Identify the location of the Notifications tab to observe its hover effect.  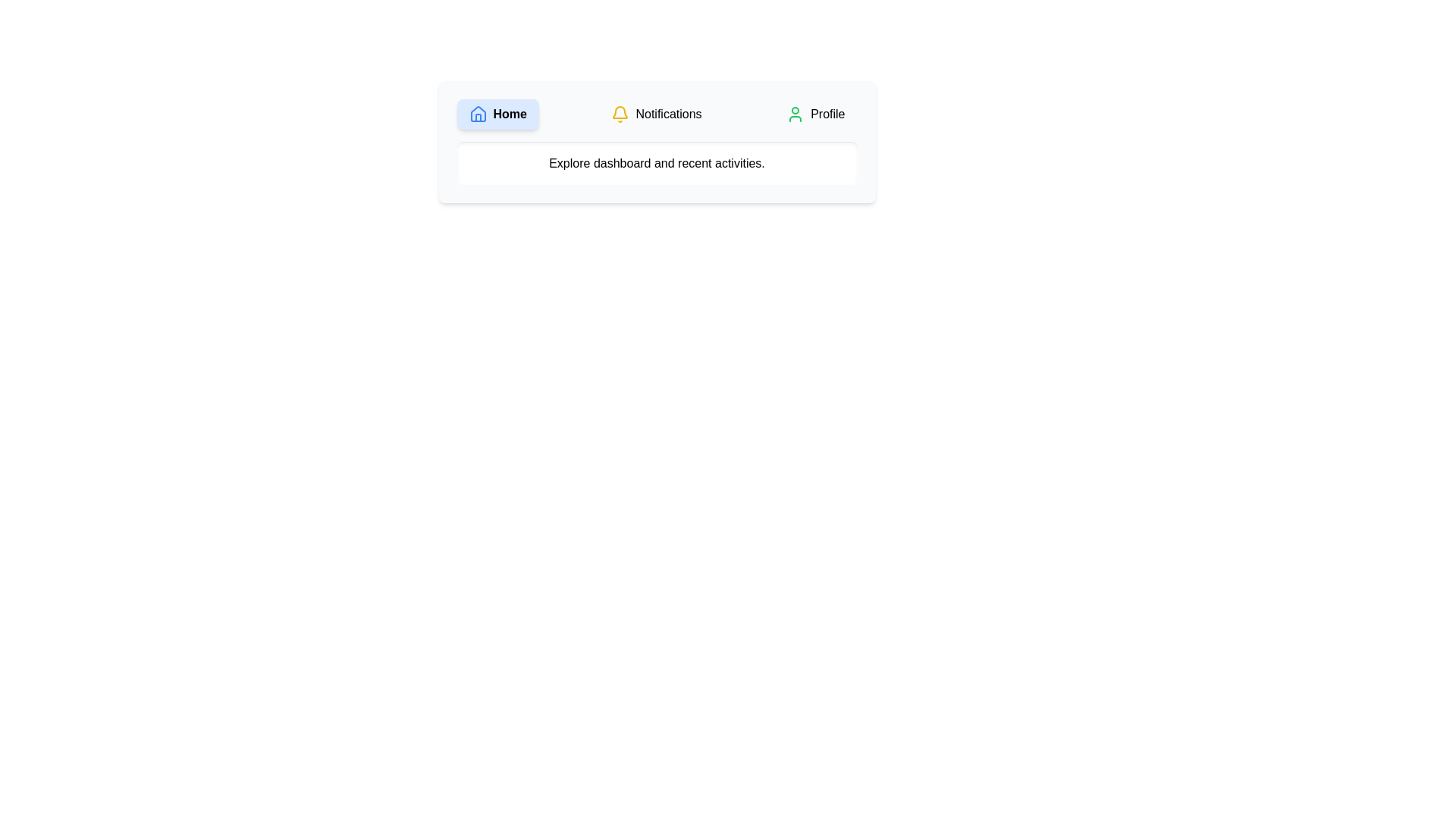
(657, 113).